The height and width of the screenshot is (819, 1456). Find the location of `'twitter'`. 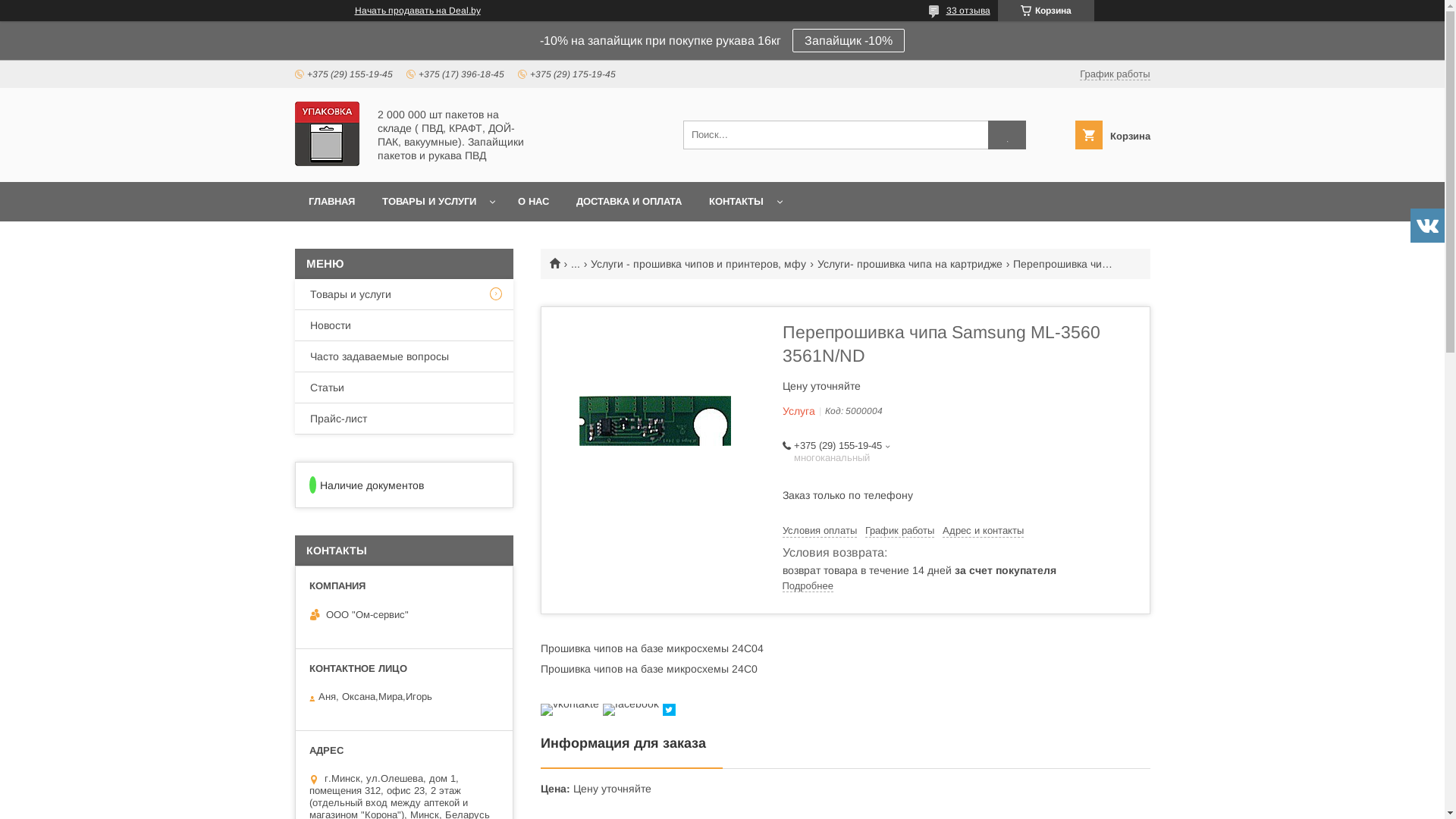

'twitter' is located at coordinates (668, 711).